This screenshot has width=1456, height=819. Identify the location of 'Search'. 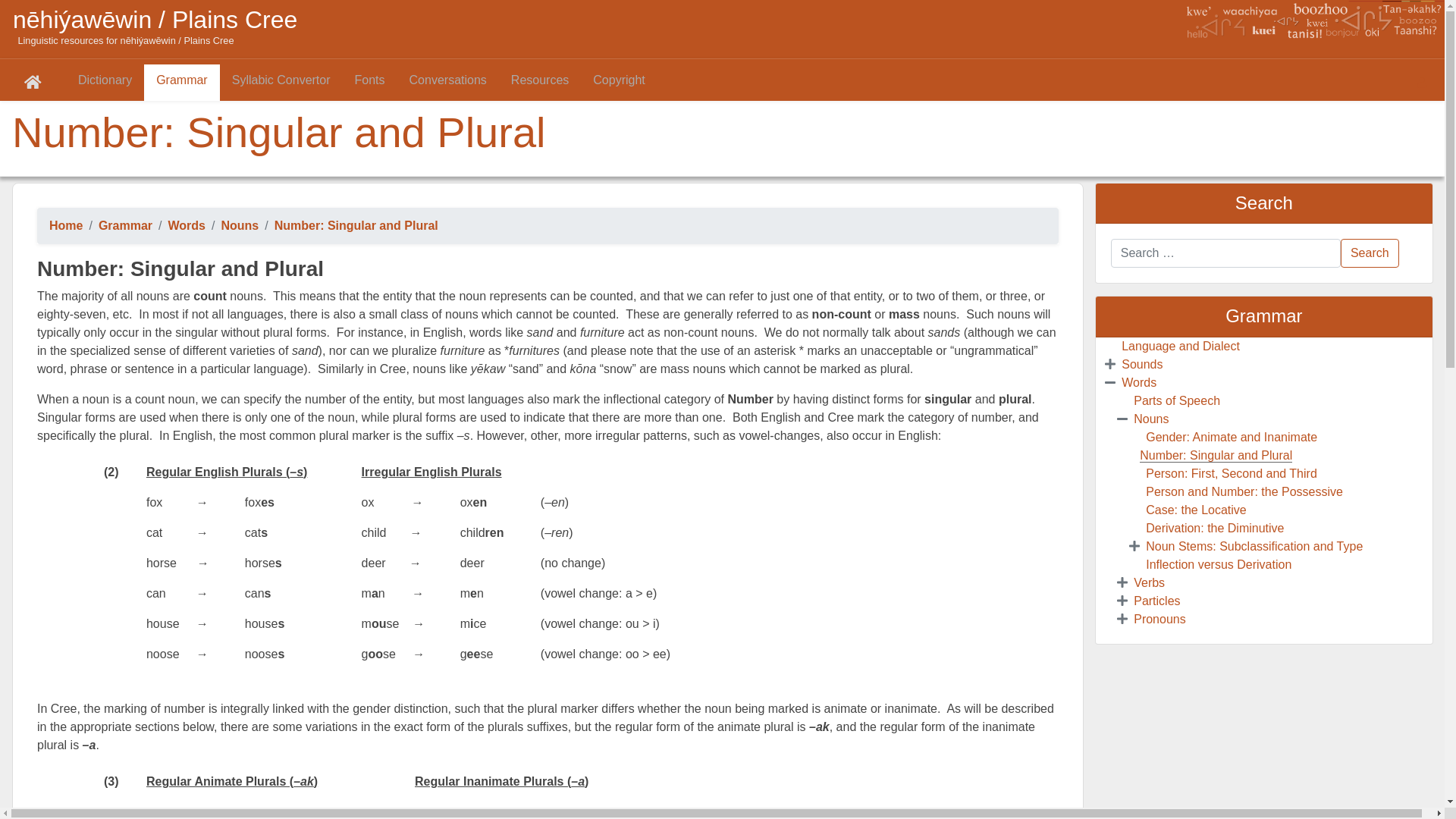
(1370, 253).